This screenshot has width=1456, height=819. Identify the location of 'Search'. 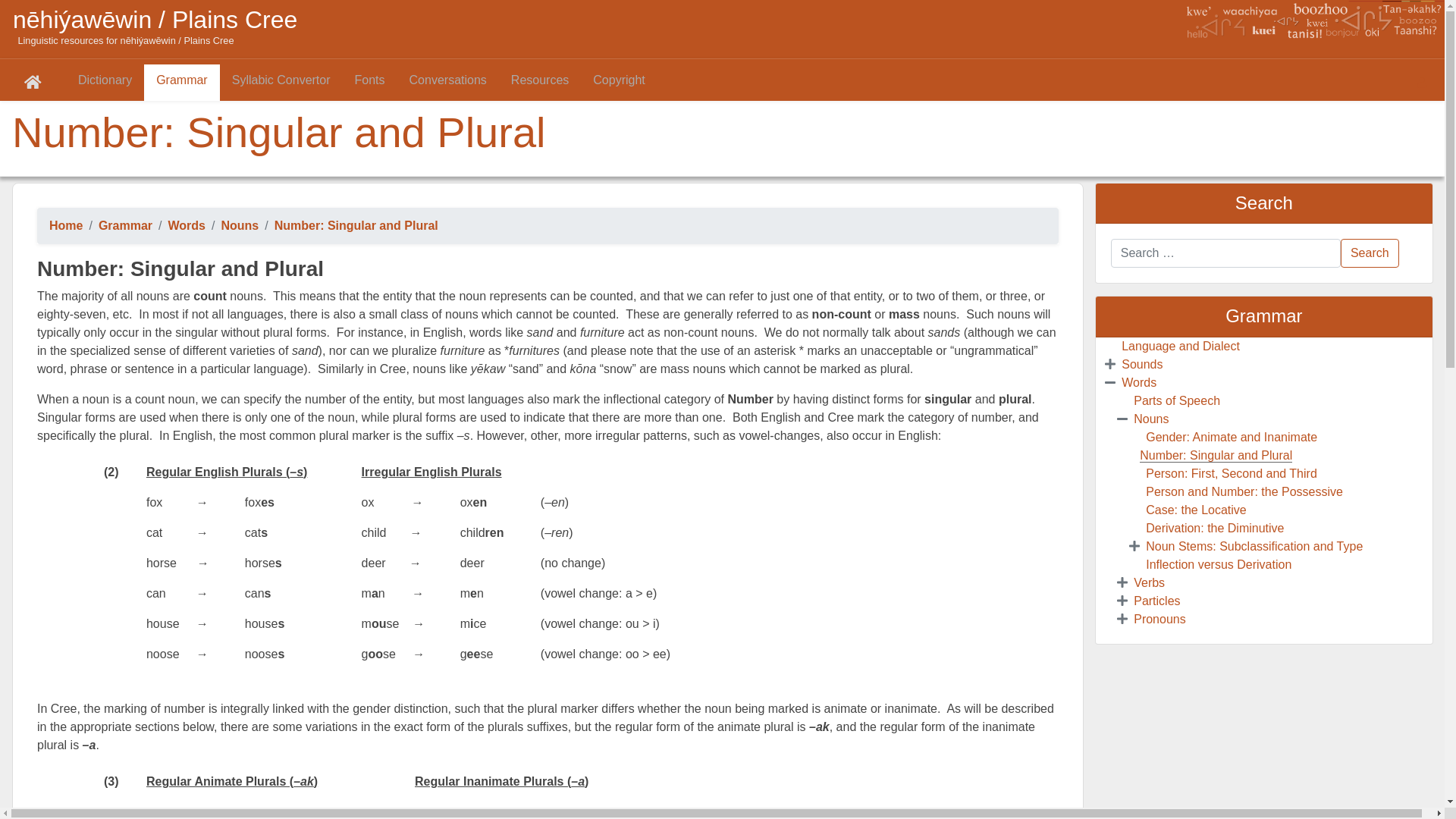
(1370, 253).